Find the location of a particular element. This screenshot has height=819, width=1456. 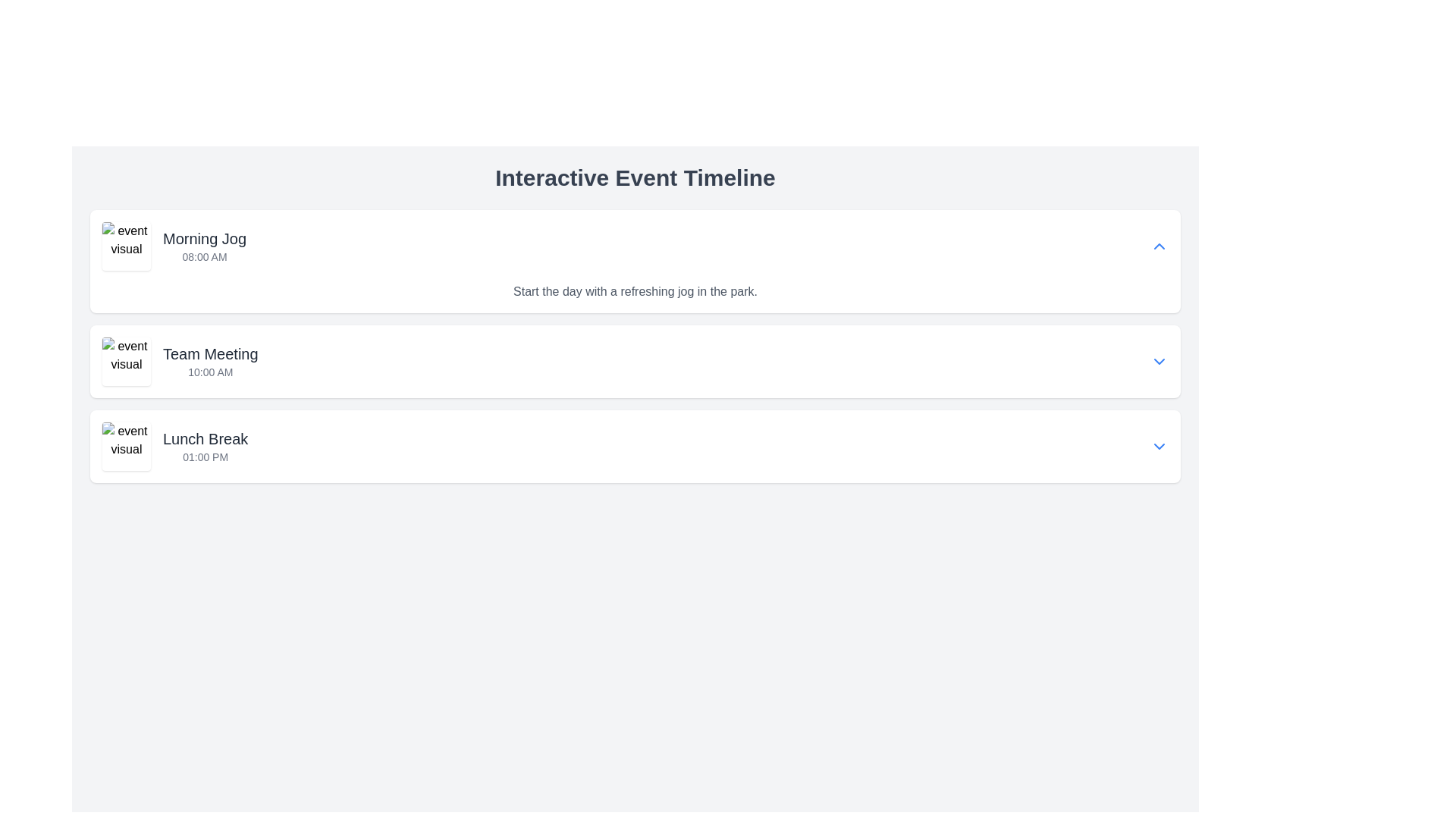

the Text Label element that states 'Start the day with a refreshing jog in the park.' which is positioned below the title 'Morning Jog' and the time '08:00 AM' is located at coordinates (635, 292).